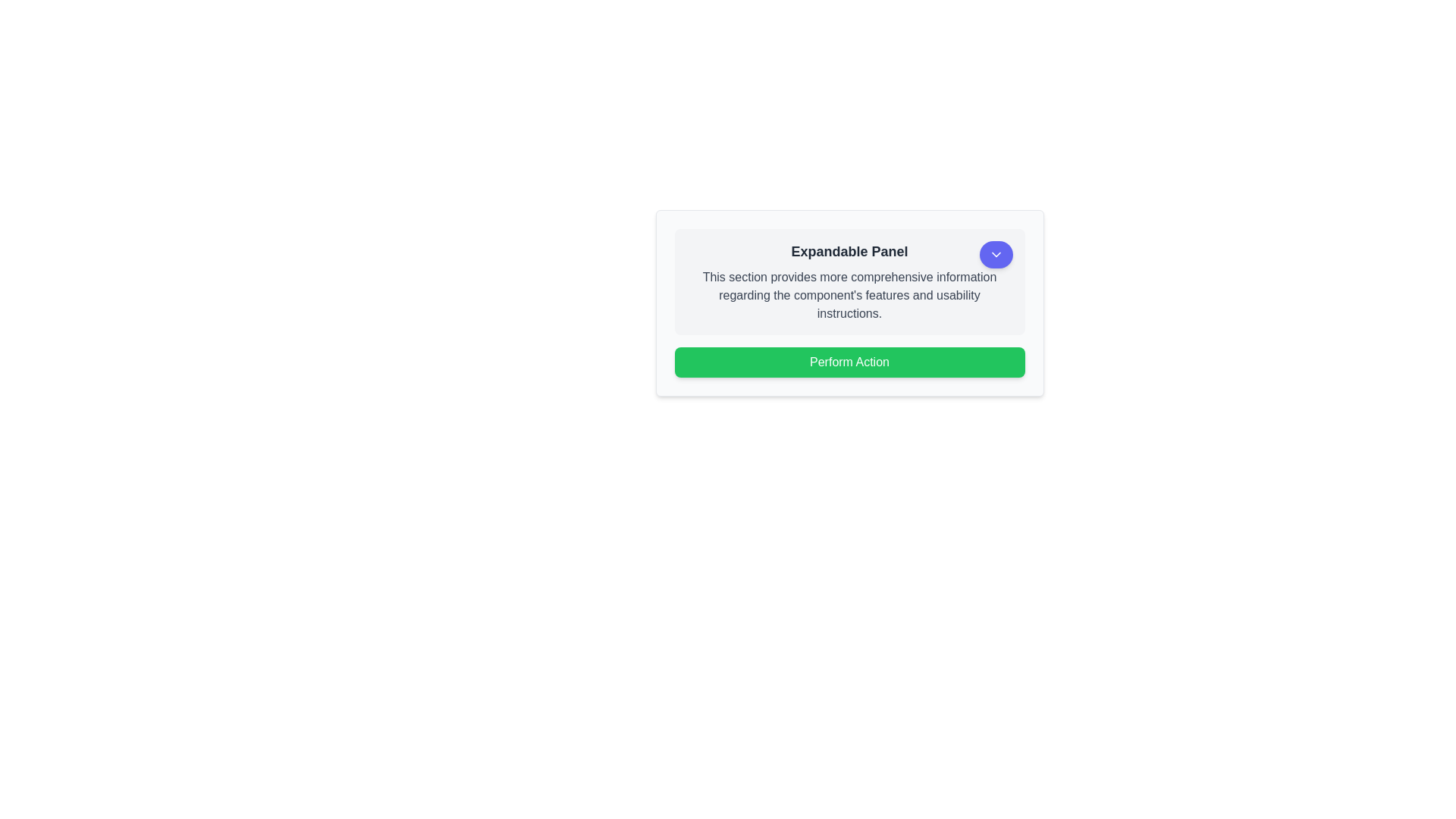 Image resolution: width=1456 pixels, height=819 pixels. I want to click on the circular button with a vibrant purple background and a white downward-facing chevron icon at its center, so click(996, 253).